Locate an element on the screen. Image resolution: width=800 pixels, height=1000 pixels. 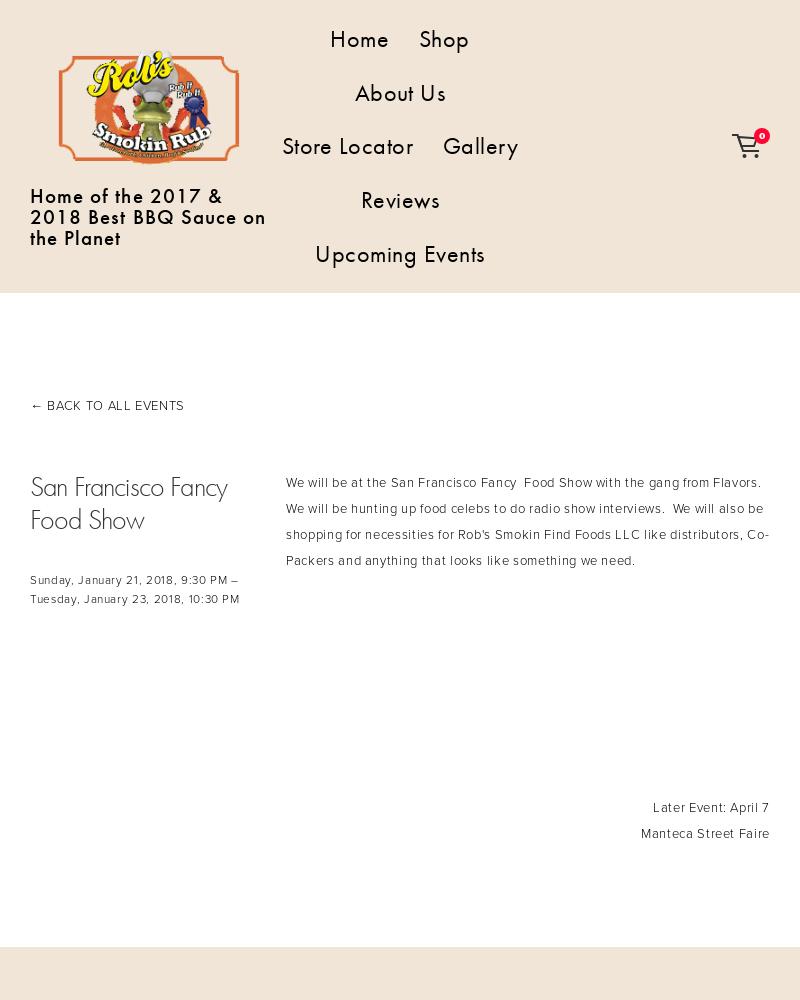
'San Francisco Fancy Food Show' is located at coordinates (127, 502).